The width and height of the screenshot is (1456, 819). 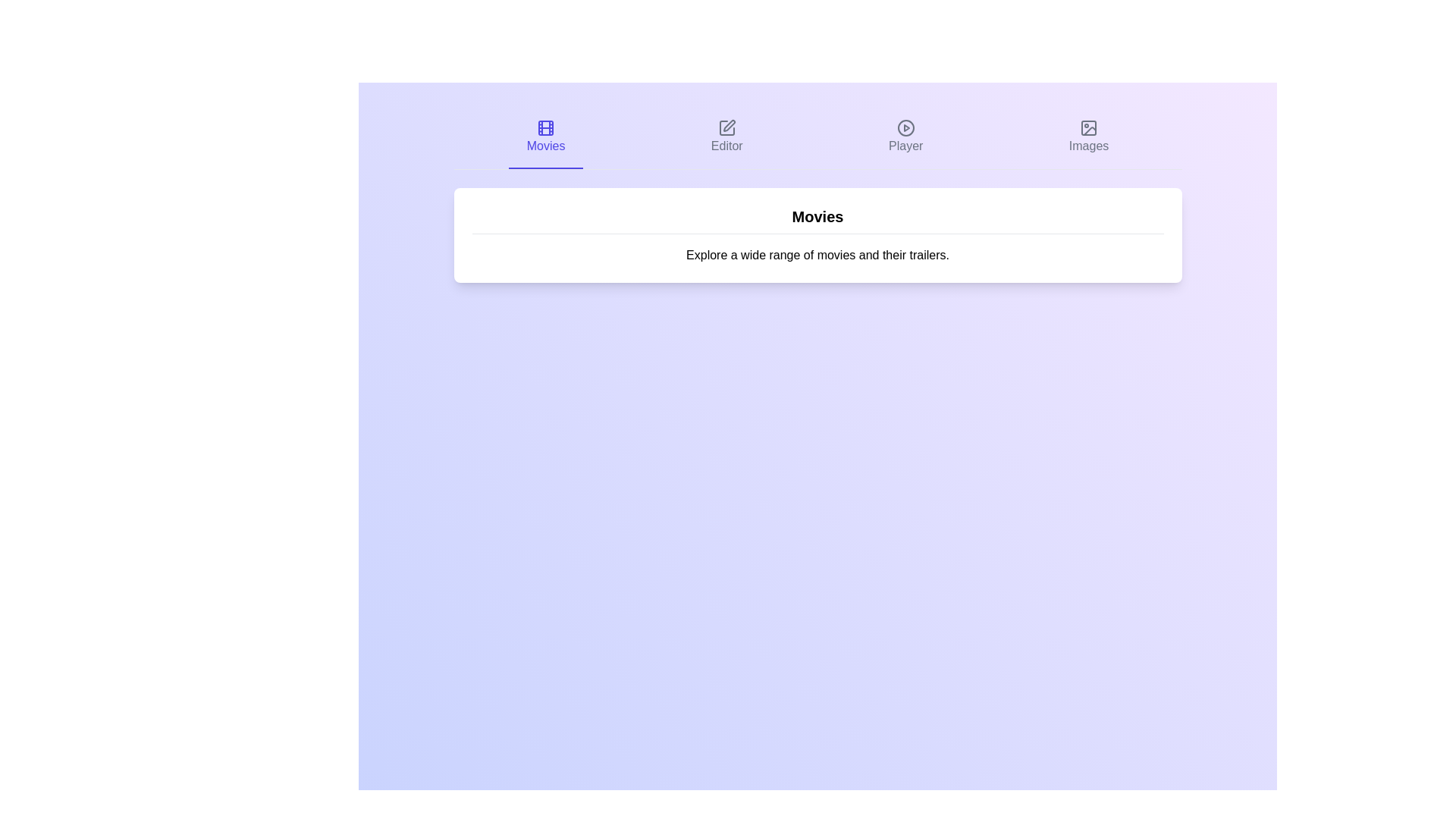 I want to click on the Images tab by clicking on it, so click(x=1087, y=137).